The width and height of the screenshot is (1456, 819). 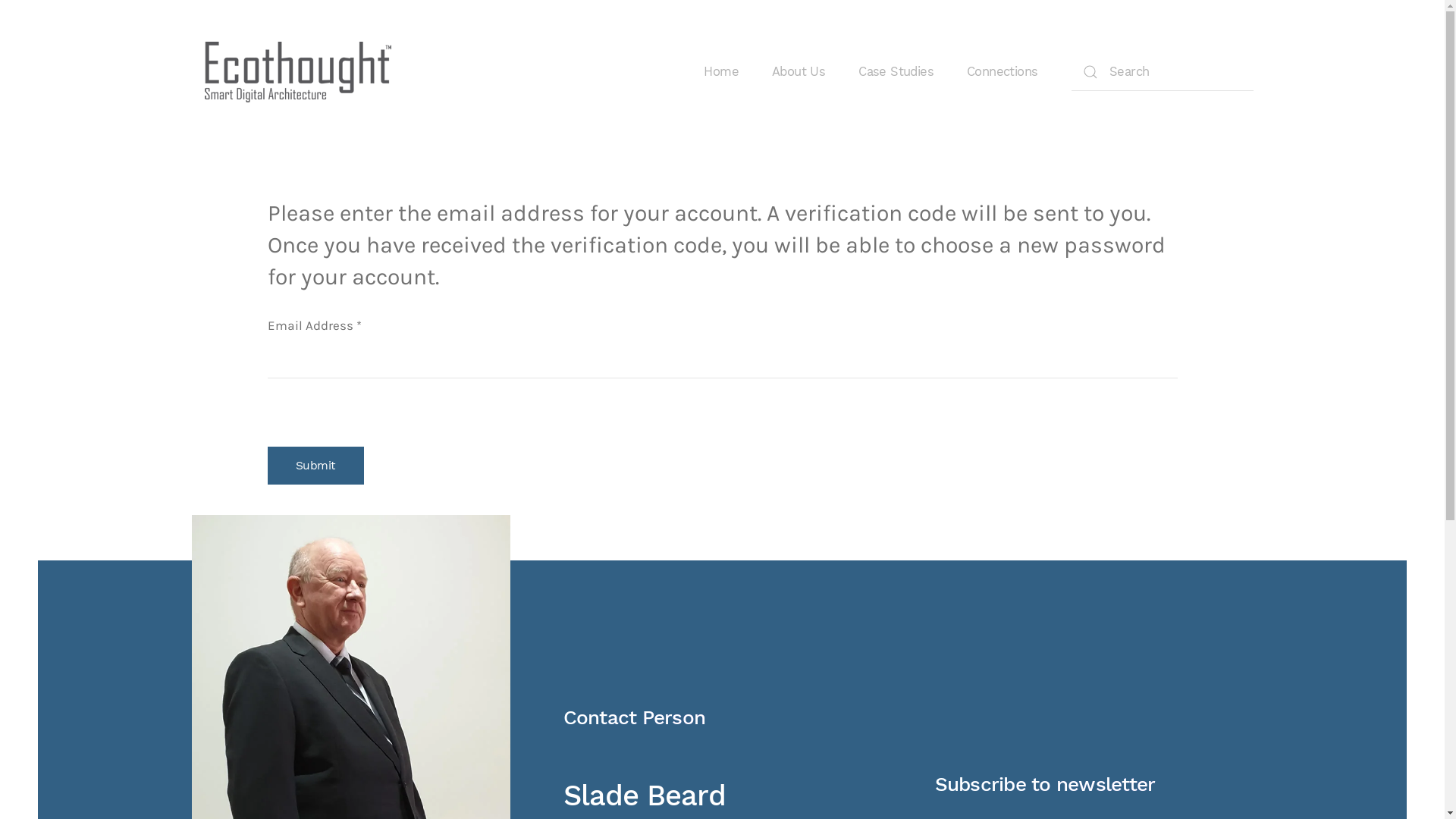 I want to click on 'Slade Beard', so click(x=644, y=794).